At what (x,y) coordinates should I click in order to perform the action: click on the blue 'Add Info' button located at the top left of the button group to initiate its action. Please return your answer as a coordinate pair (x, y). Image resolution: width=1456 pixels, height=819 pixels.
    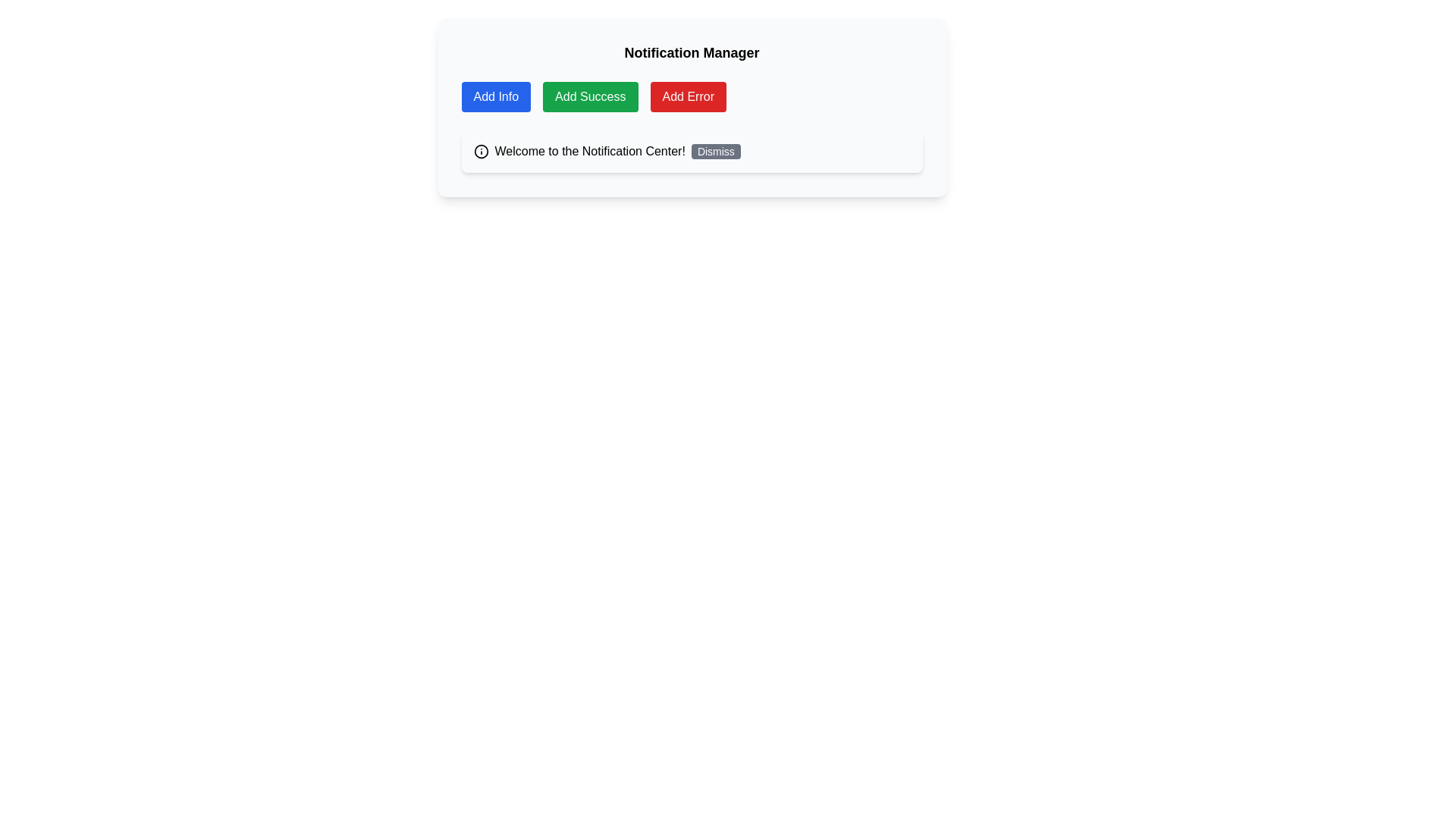
    Looking at the image, I should click on (495, 96).